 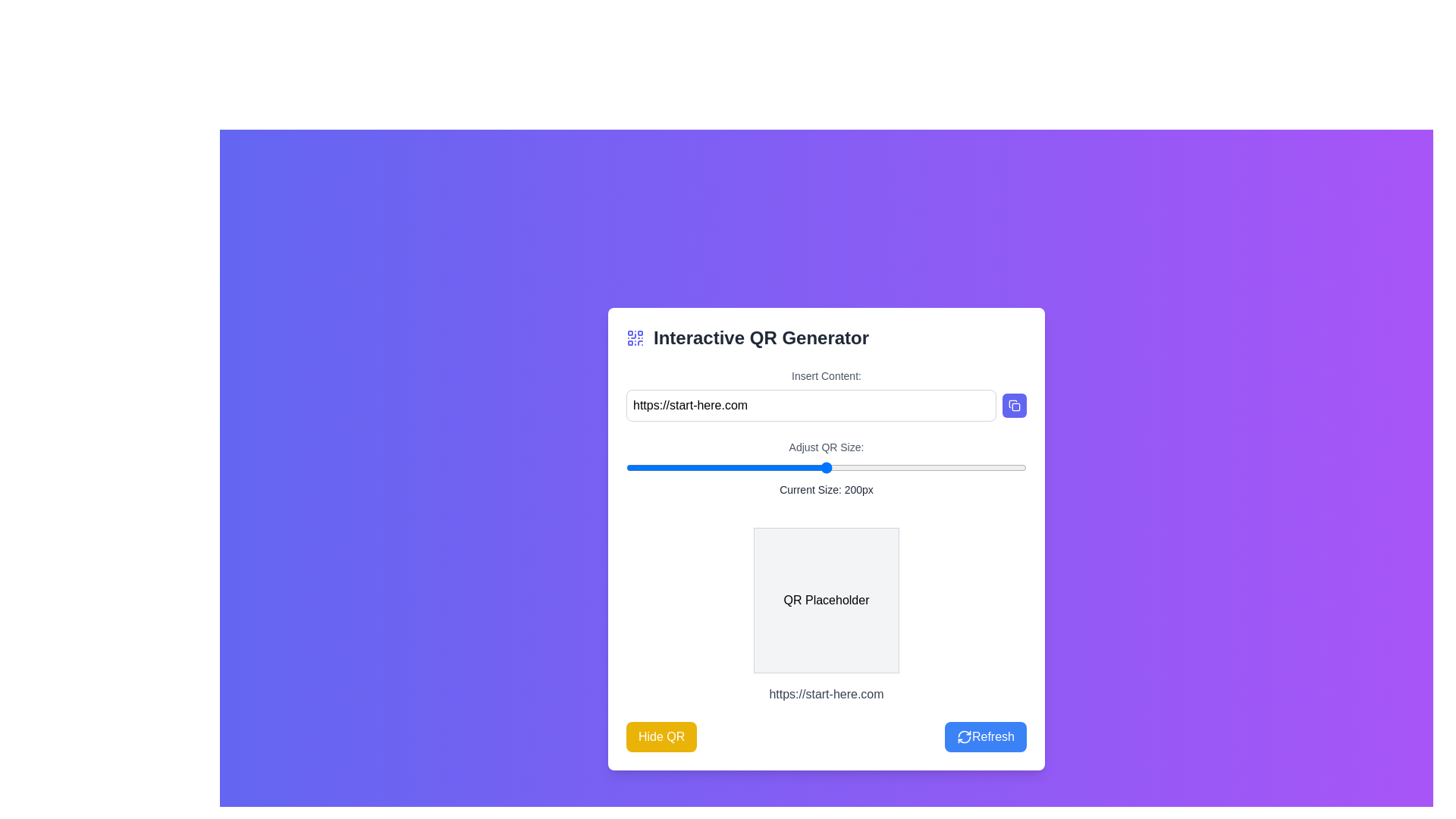 I want to click on the QR code size, so click(x=825, y=467).